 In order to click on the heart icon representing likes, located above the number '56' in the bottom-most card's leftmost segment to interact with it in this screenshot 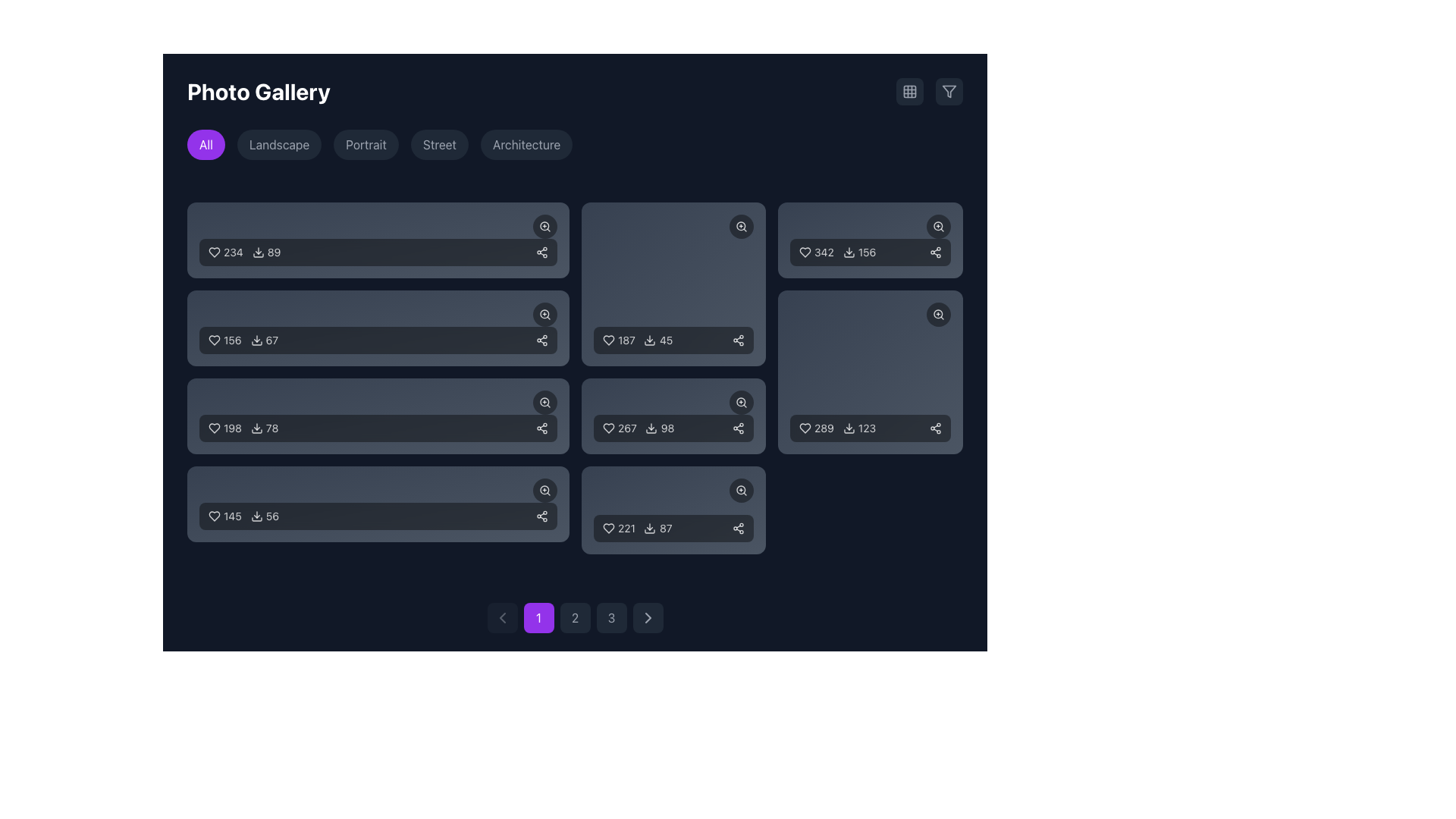, I will do `click(224, 516)`.